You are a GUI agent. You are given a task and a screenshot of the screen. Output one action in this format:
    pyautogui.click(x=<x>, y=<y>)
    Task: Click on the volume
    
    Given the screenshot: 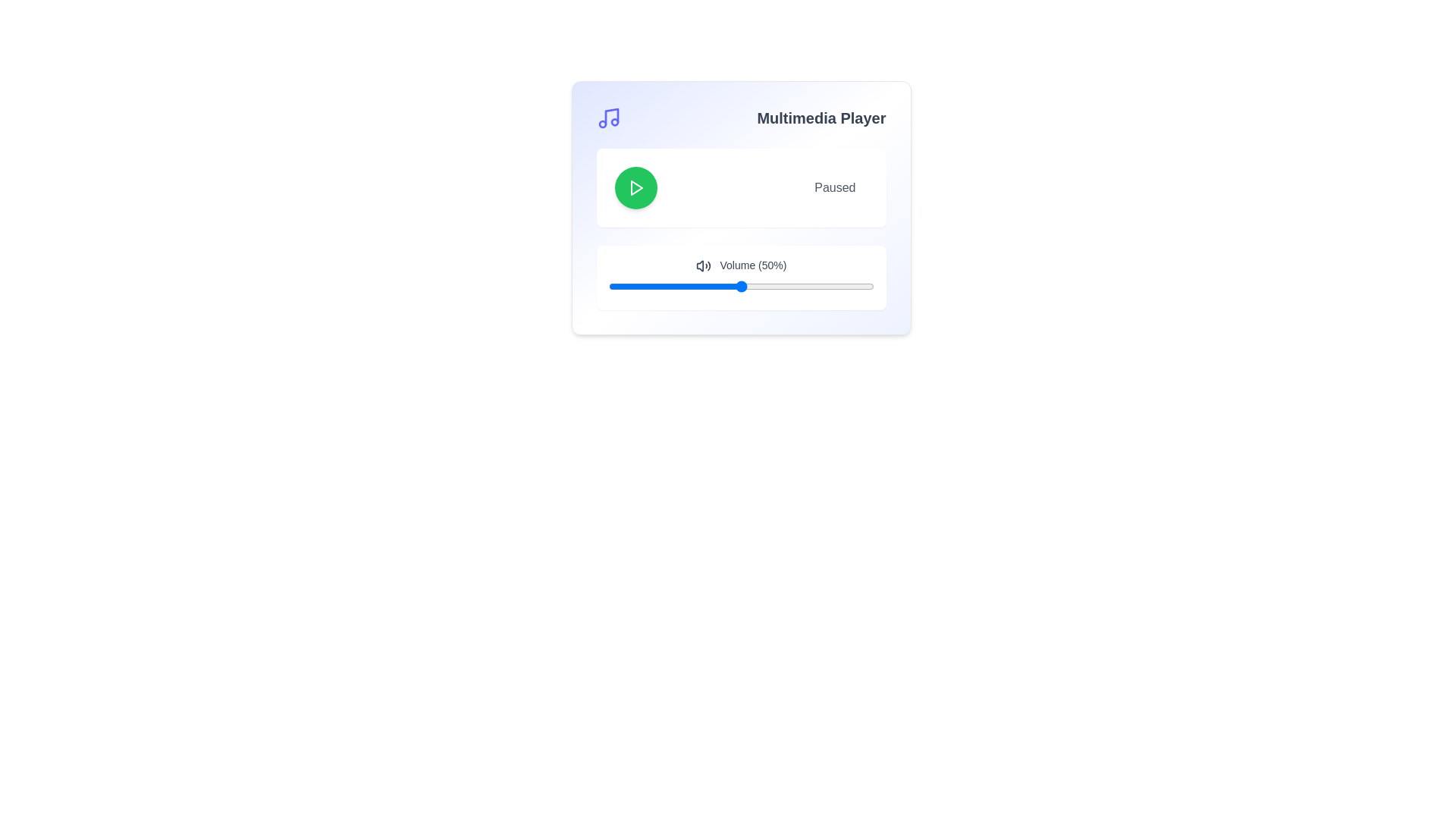 What is the action you would take?
    pyautogui.click(x=752, y=287)
    